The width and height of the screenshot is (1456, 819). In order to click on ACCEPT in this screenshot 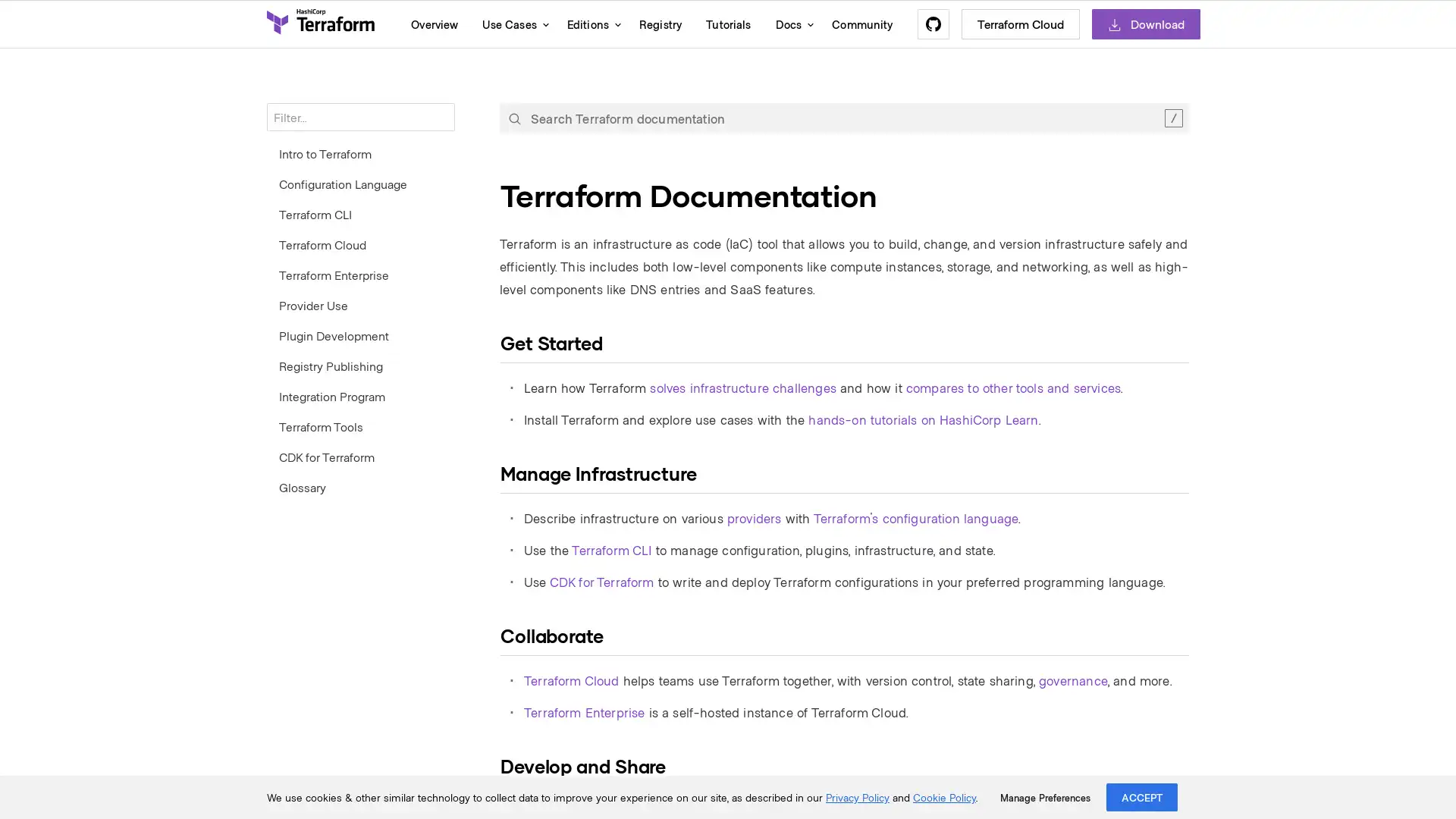, I will do `click(1142, 796)`.